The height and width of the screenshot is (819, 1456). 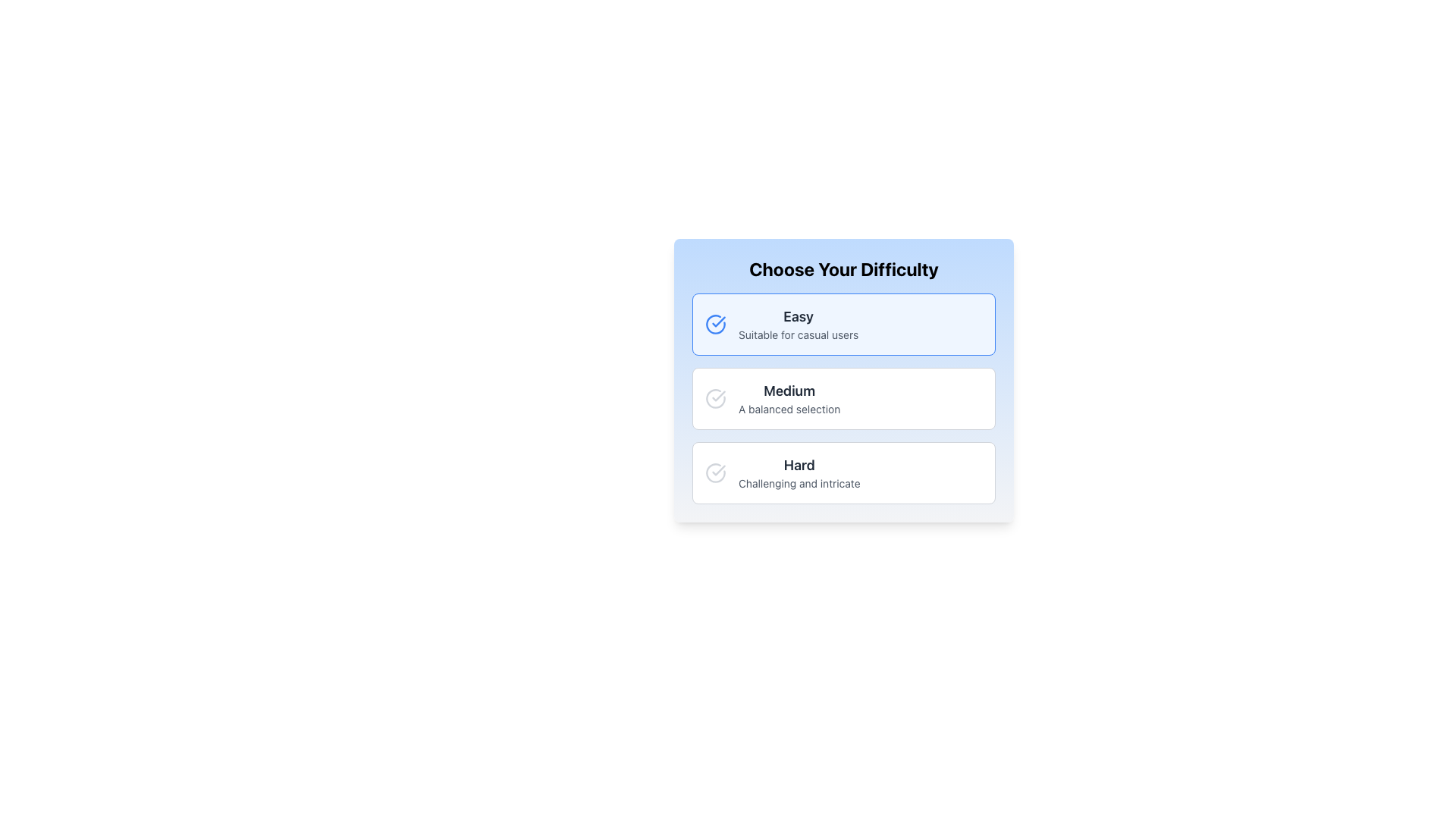 I want to click on the text label providing additional descriptive information ('A balanced selection') about the 'Medium' option, located directly below the 'Medium' title in the difficulty options list, so click(x=789, y=409).